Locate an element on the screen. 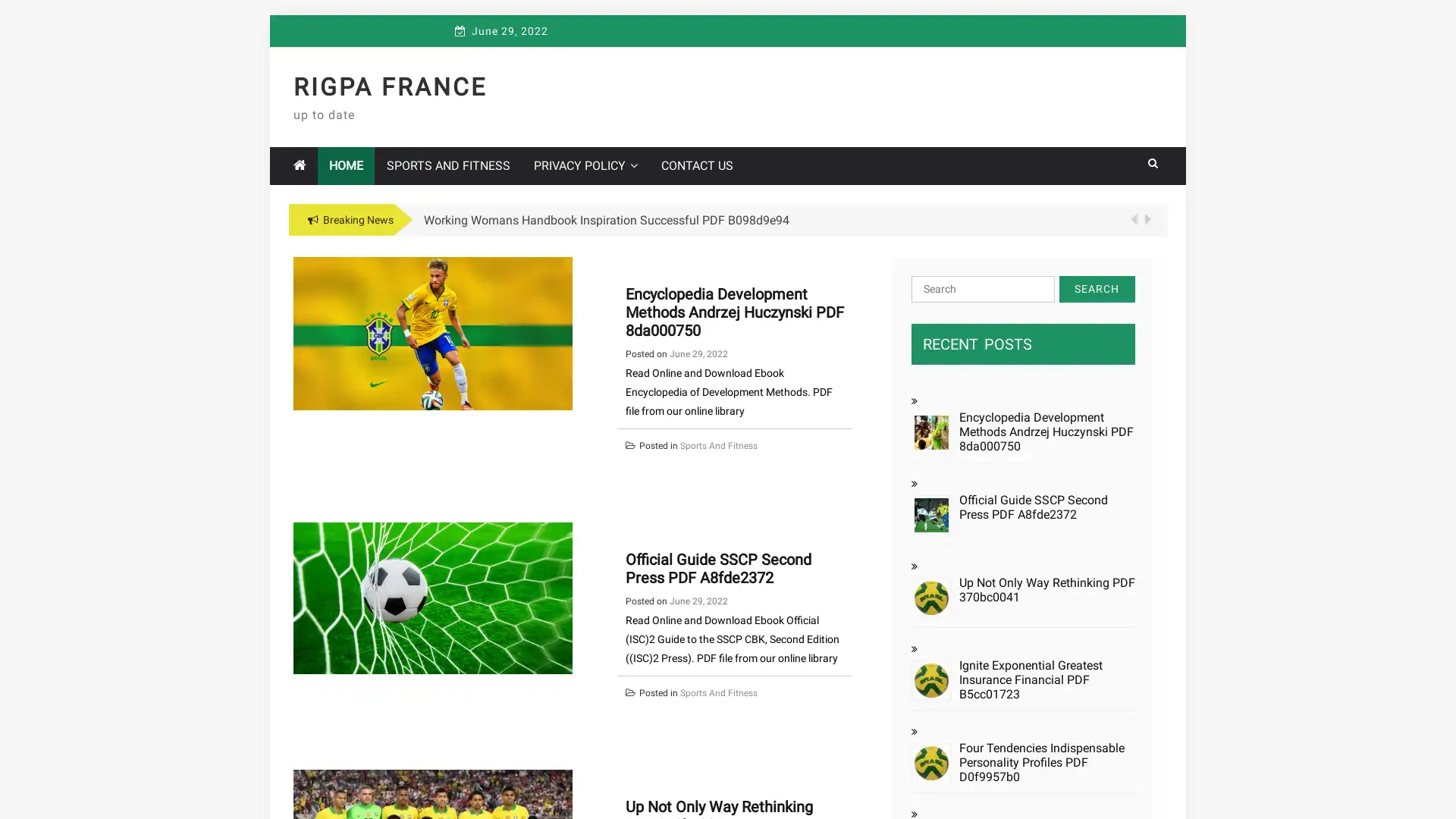  Search is located at coordinates (1096, 288).